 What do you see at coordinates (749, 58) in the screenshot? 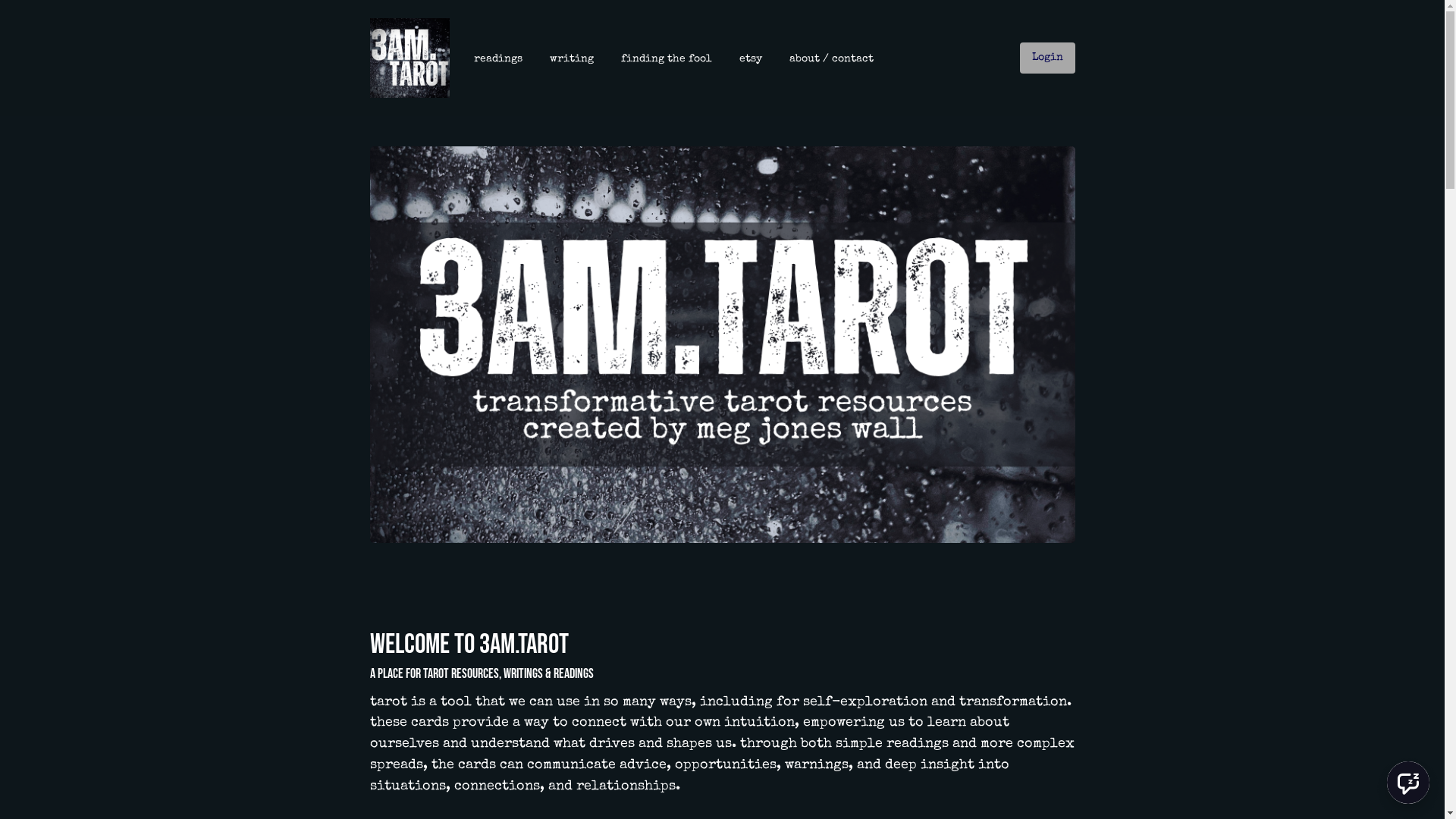
I see `'etsy'` at bounding box center [749, 58].